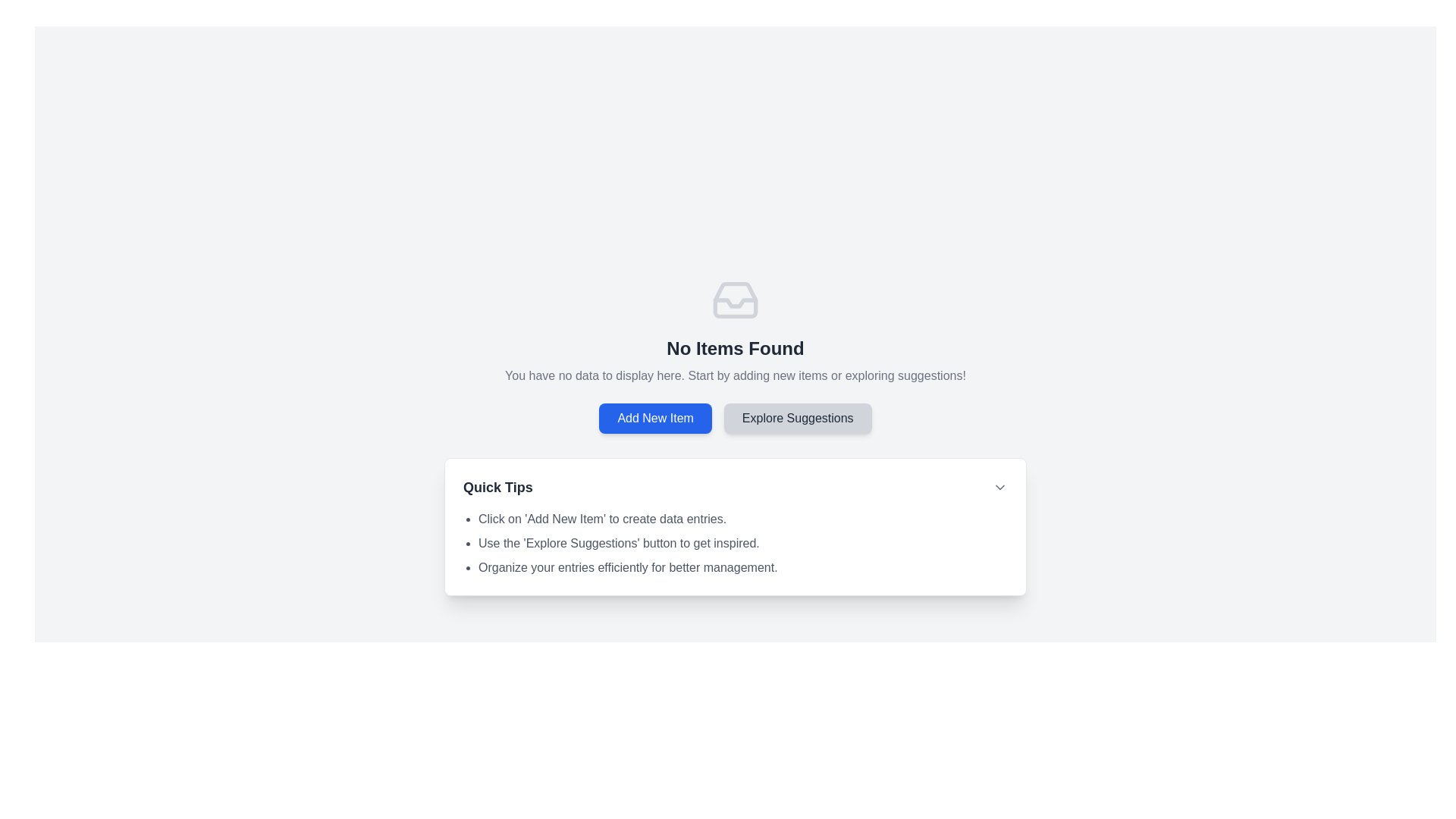  Describe the element at coordinates (735, 300) in the screenshot. I see `the decorative icon indicating an empty inbox, located at the center-top of the section displaying 'No Items Found'` at that location.